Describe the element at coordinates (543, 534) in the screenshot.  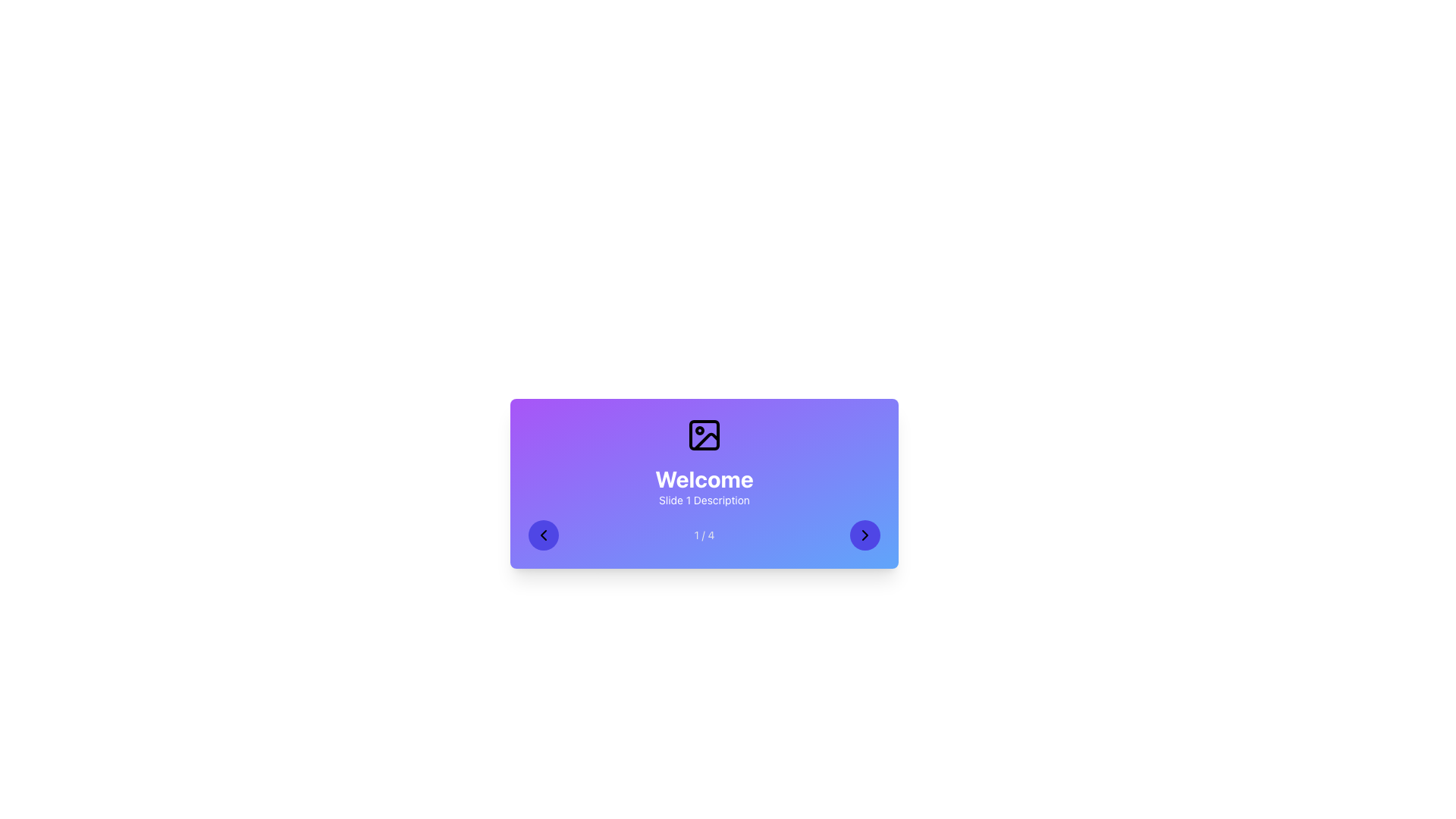
I see `the button located at the bottom-left corner of the card` at that location.